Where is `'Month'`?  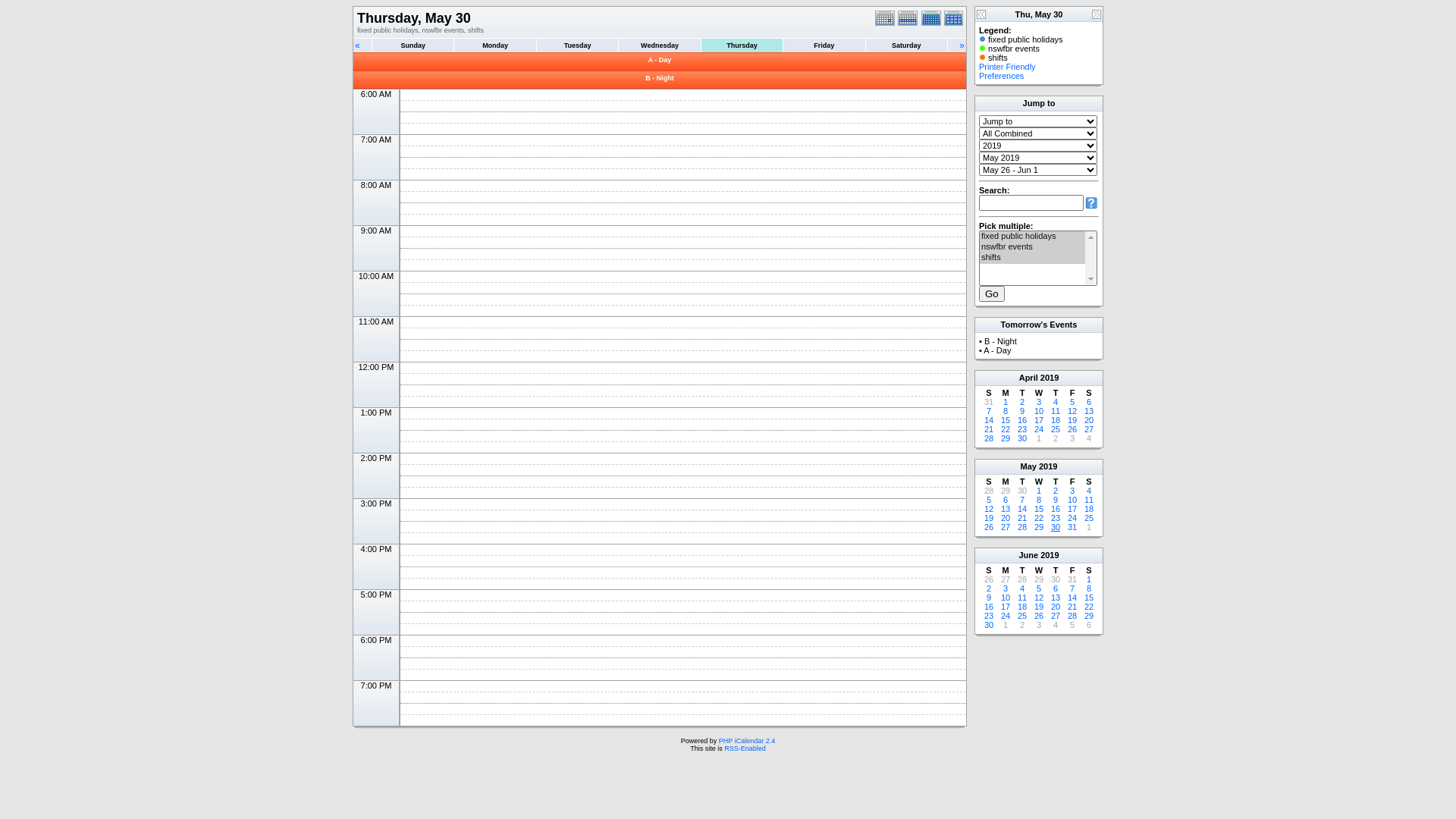
'Month' is located at coordinates (920, 17).